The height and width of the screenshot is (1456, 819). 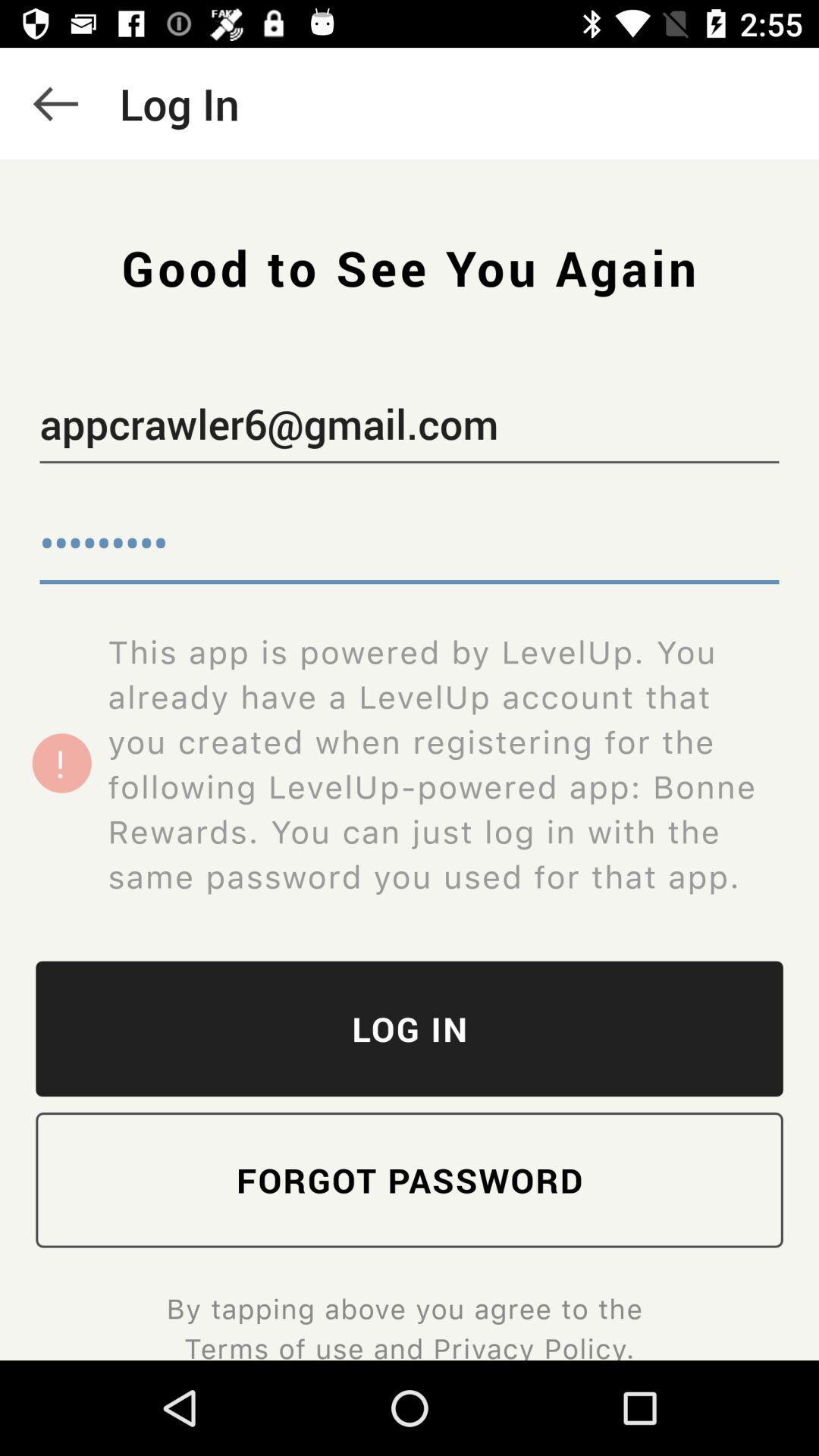 I want to click on icon above the by tapping above item, so click(x=409, y=1179).